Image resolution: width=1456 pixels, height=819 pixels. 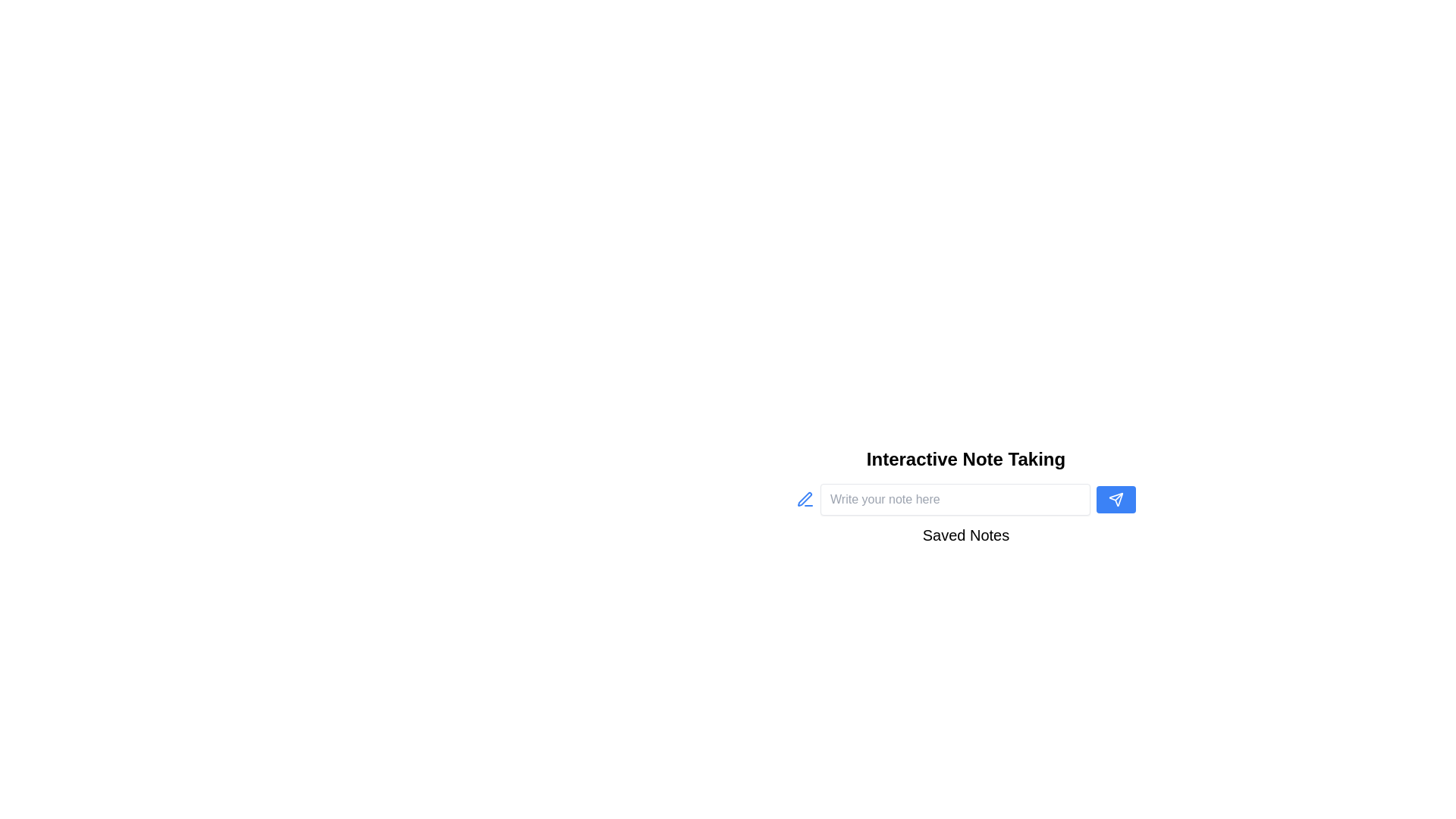 I want to click on the Static Text element displaying 'Saved Notes', which is centrally aligned and located below the 'Write your note here' input area and send icon within the 'Interactive Note Taking' section, so click(x=965, y=537).